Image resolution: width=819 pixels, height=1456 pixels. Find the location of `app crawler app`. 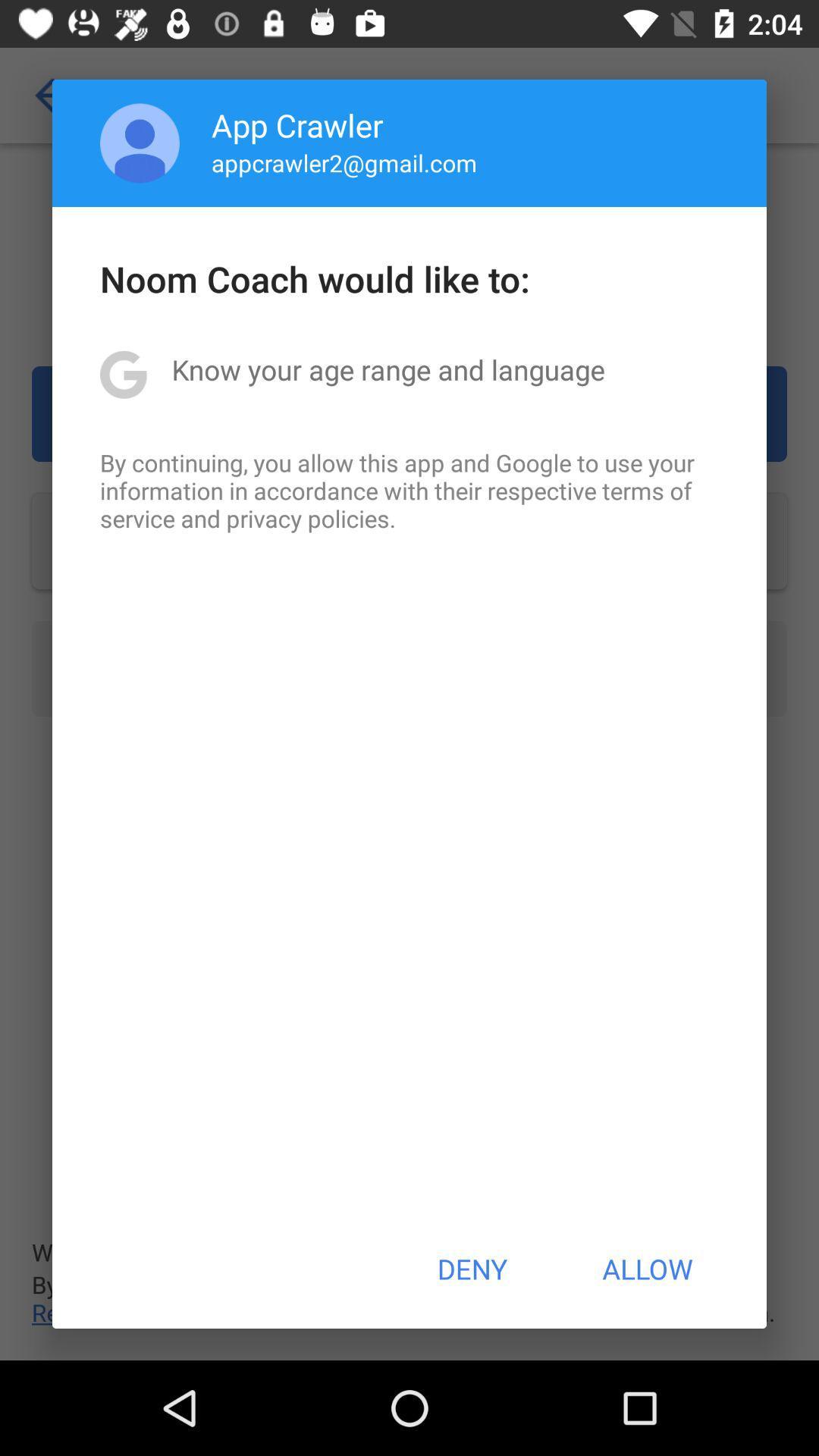

app crawler app is located at coordinates (297, 124).